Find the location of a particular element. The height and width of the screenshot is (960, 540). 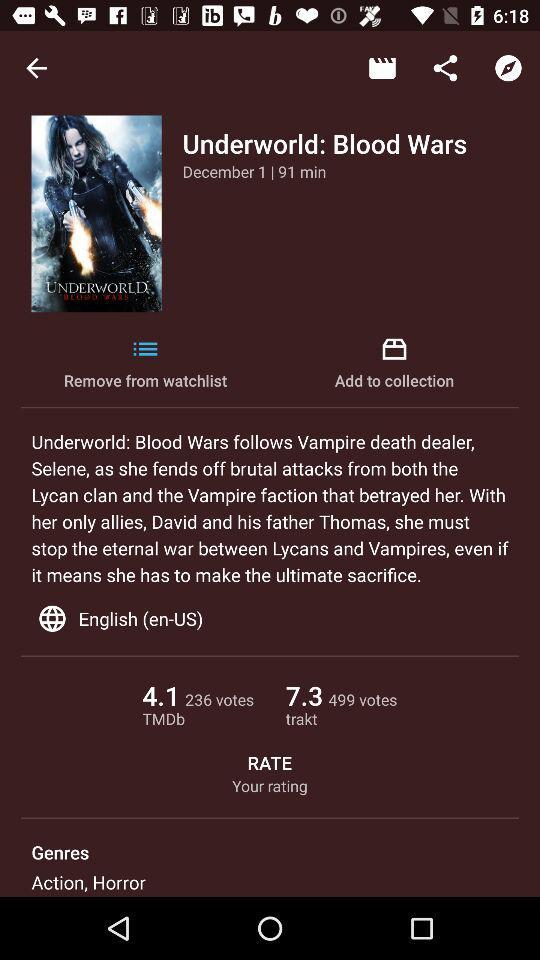

the icon above remove from watchlist is located at coordinates (254, 170).